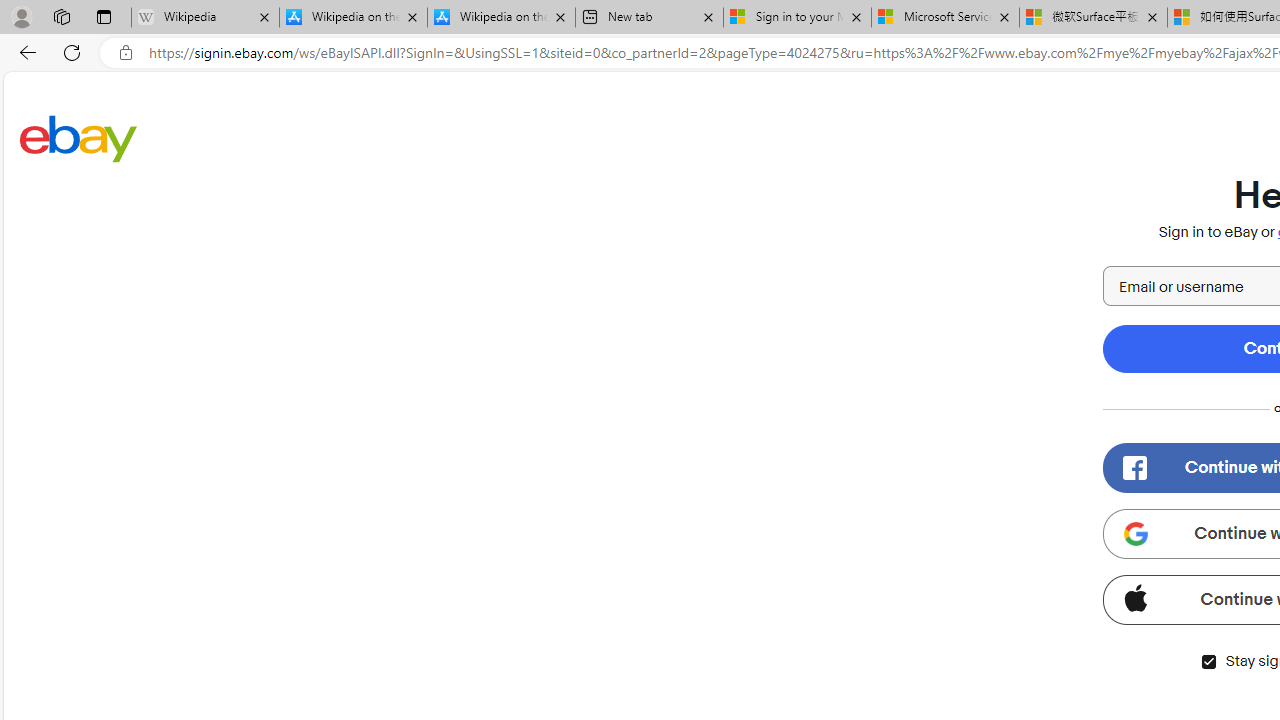  Describe the element at coordinates (797, 17) in the screenshot. I see `'Sign in to your Microsoft account'` at that location.